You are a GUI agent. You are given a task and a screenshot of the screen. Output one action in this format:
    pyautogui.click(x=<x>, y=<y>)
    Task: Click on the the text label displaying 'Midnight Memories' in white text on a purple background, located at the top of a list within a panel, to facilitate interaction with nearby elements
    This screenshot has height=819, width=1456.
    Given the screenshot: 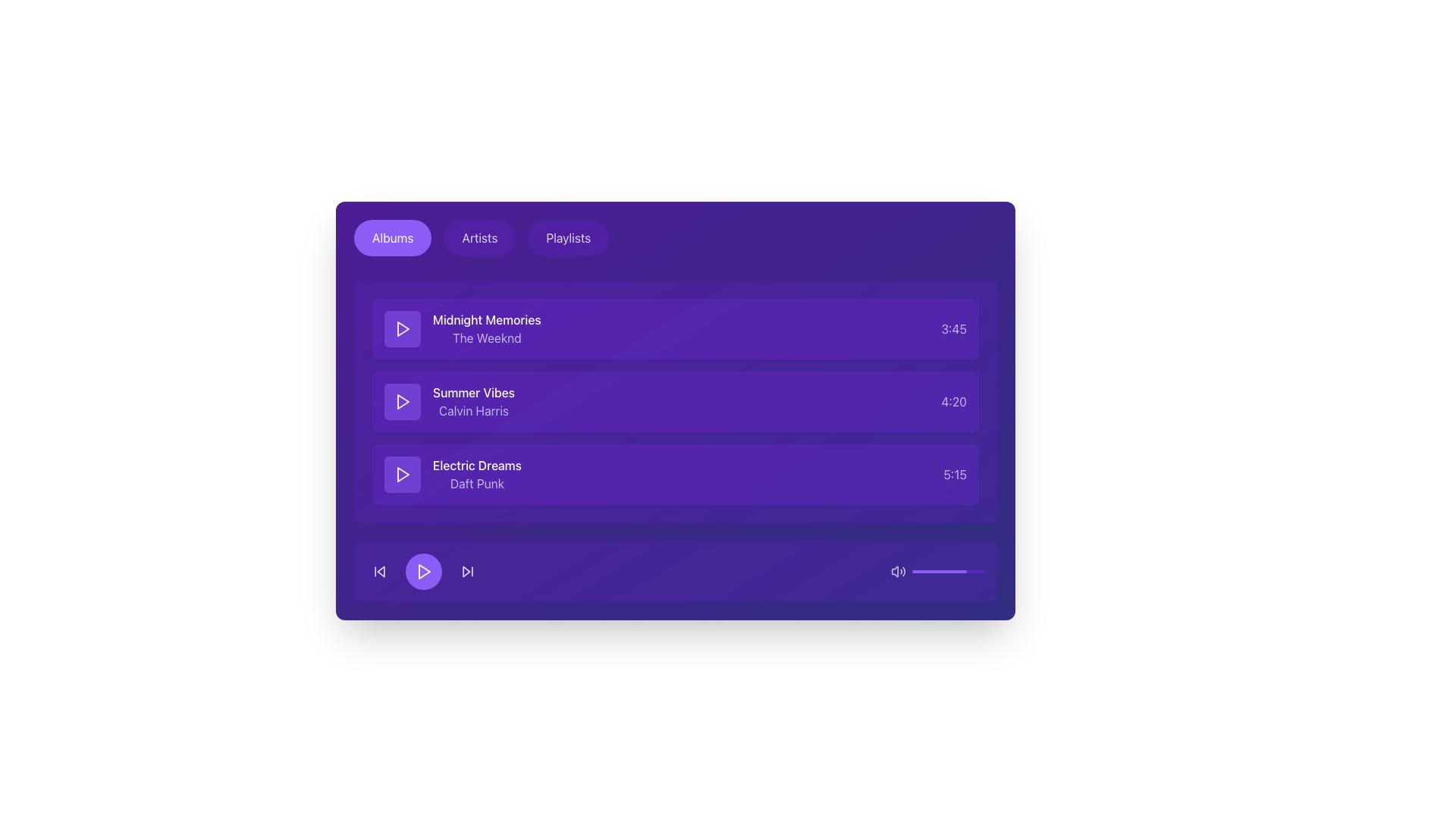 What is the action you would take?
    pyautogui.click(x=487, y=318)
    